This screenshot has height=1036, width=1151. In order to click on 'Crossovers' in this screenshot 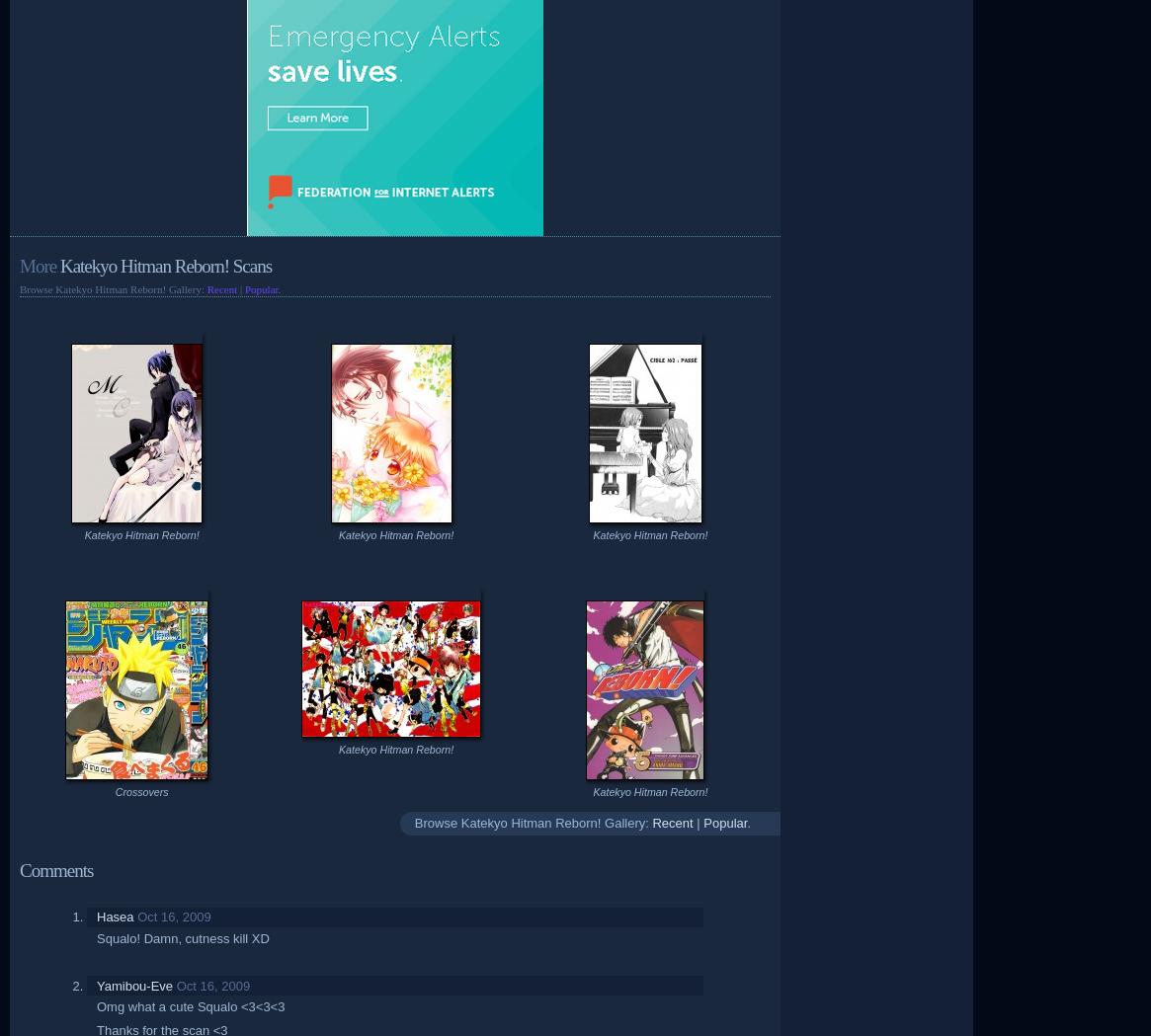, I will do `click(115, 791)`.